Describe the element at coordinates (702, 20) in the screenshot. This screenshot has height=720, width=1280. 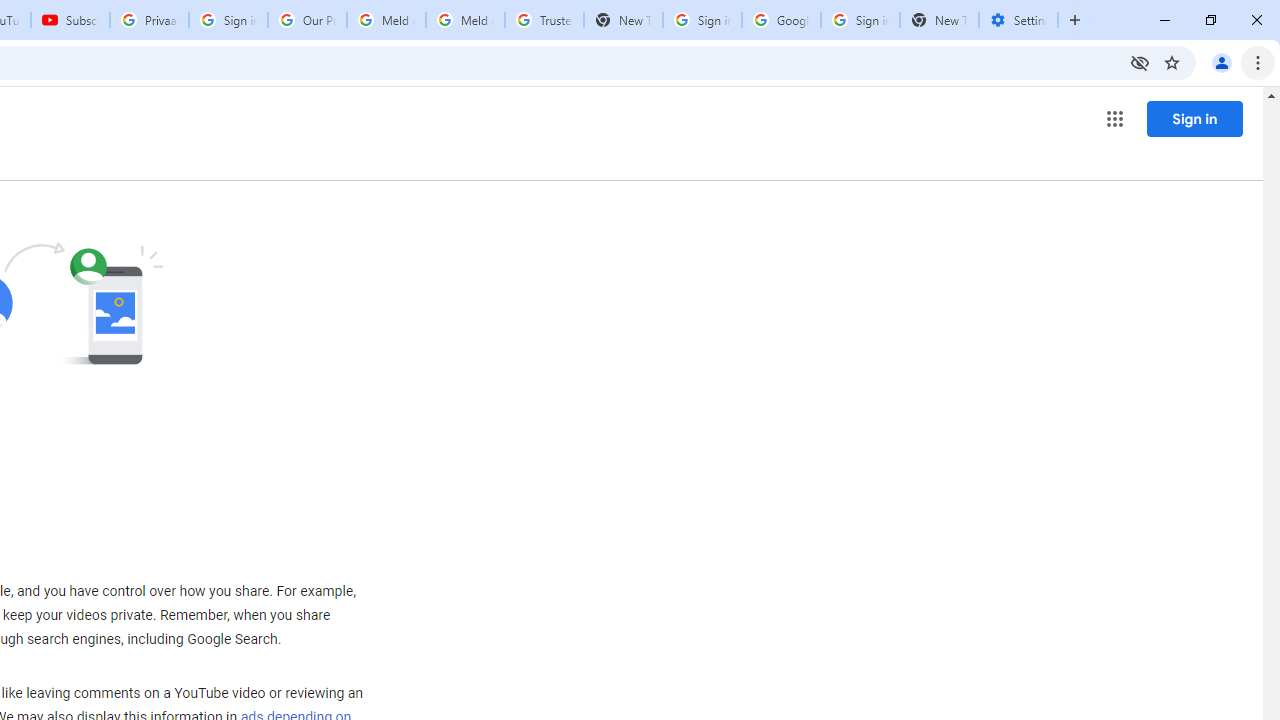
I see `'Sign in - Google Accounts'` at that location.